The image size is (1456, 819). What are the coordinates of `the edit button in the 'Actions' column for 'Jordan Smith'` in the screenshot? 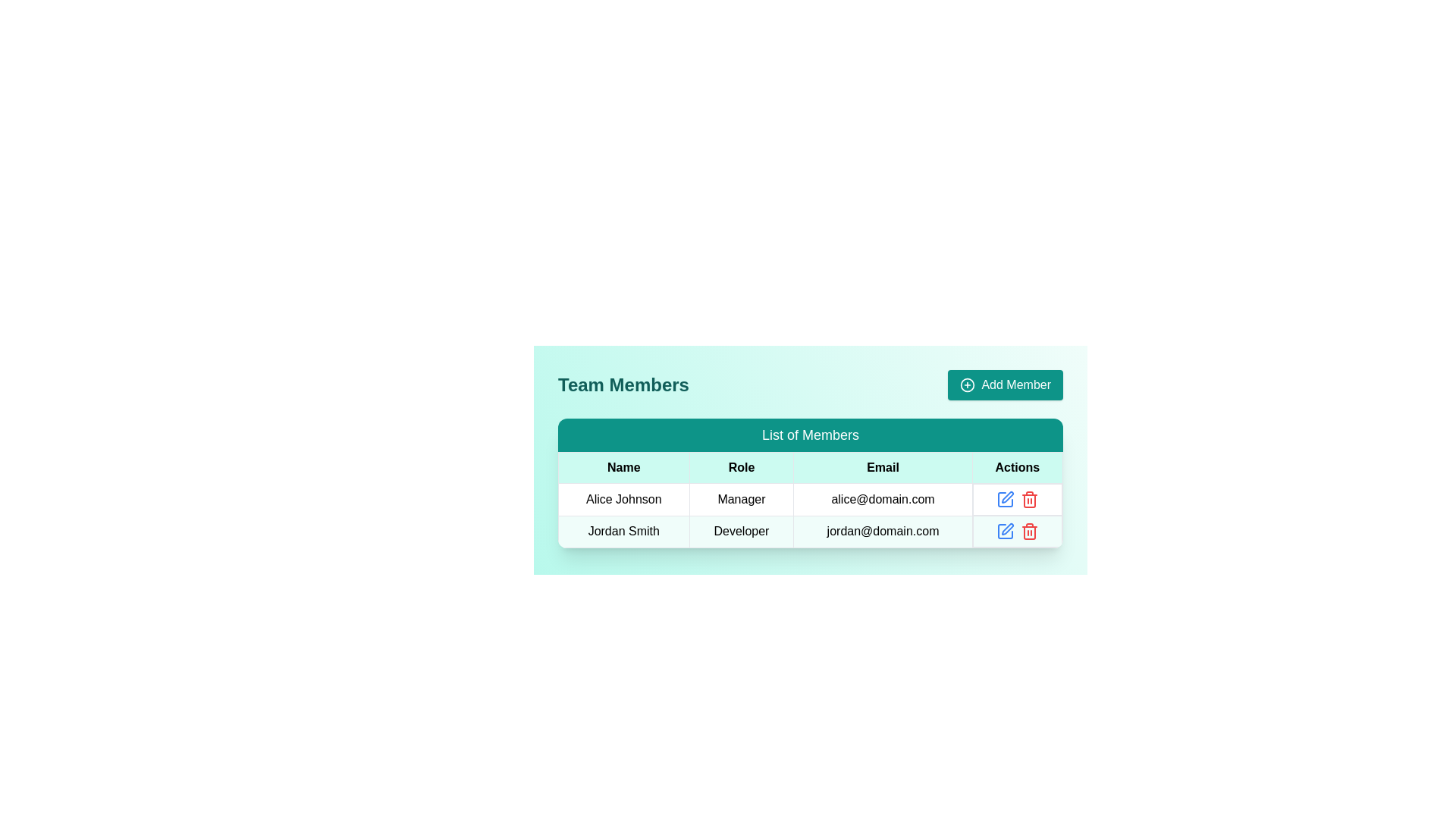 It's located at (1007, 497).